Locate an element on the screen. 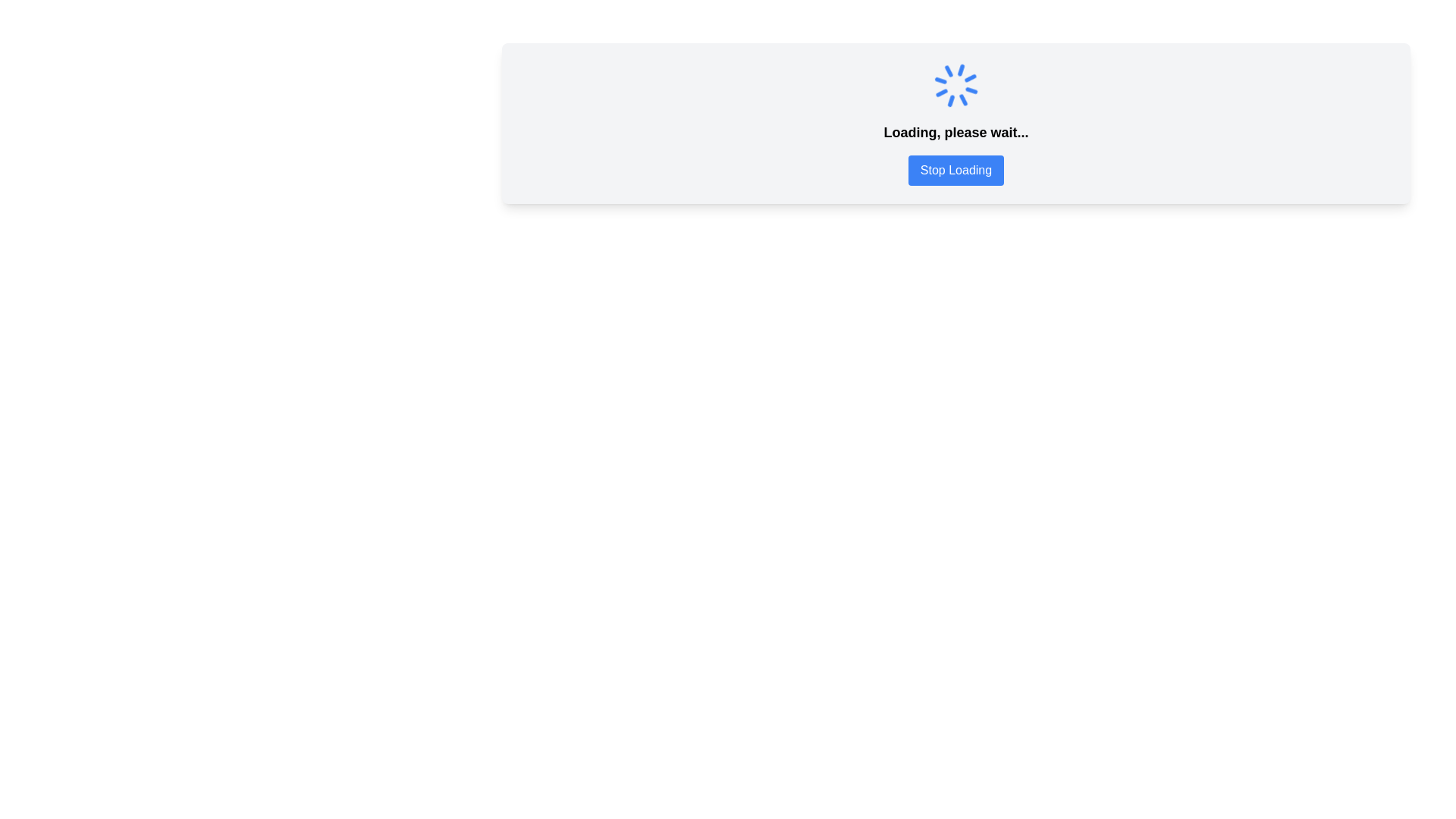 This screenshot has width=1456, height=819. the straight vertical line of the animated loader icon, which is positioned at the six o'clock position within the circular spinner graphic is located at coordinates (949, 71).